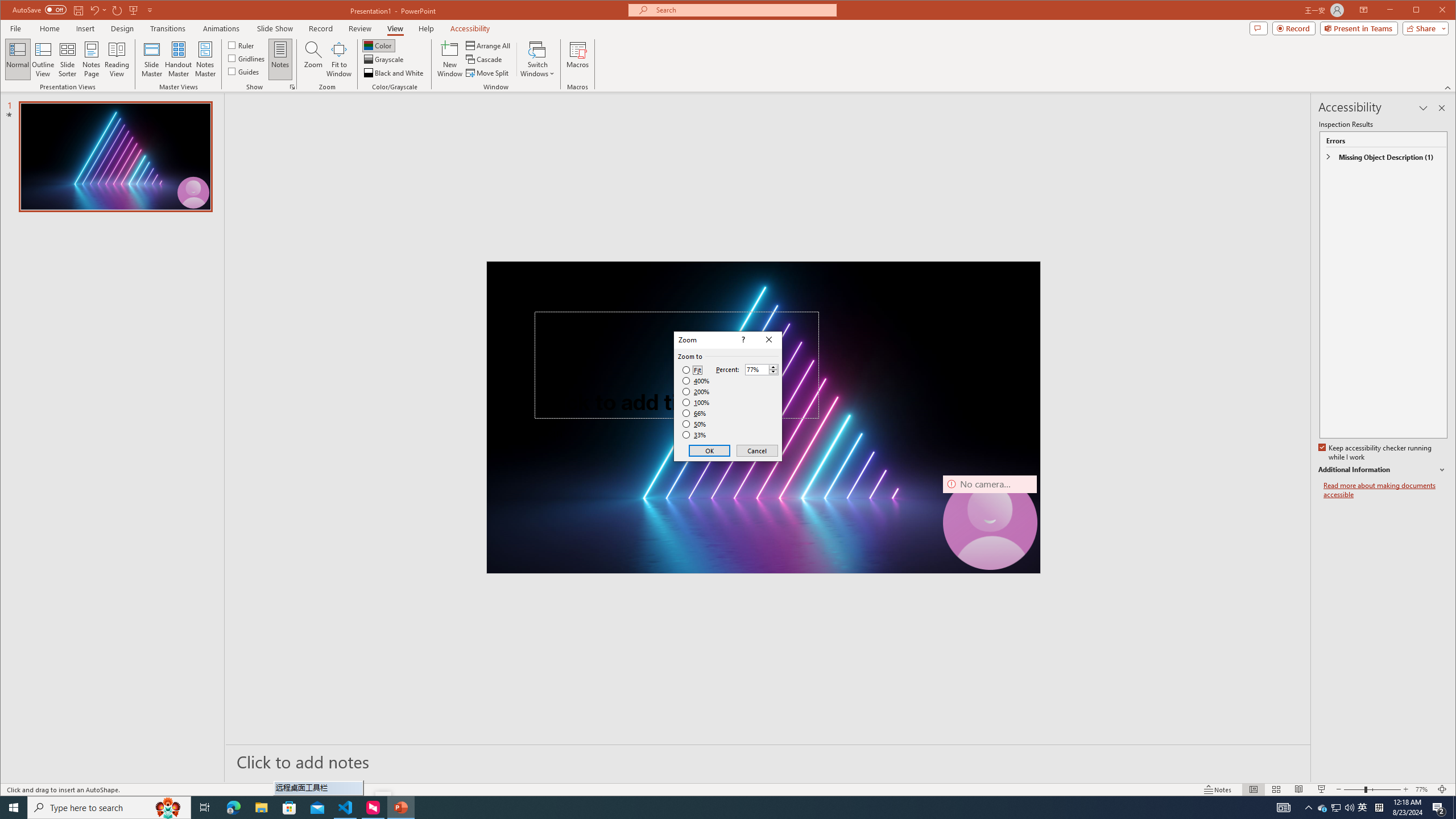 This screenshot has width=1456, height=819. I want to click on 'Additional Information', so click(1381, 470).